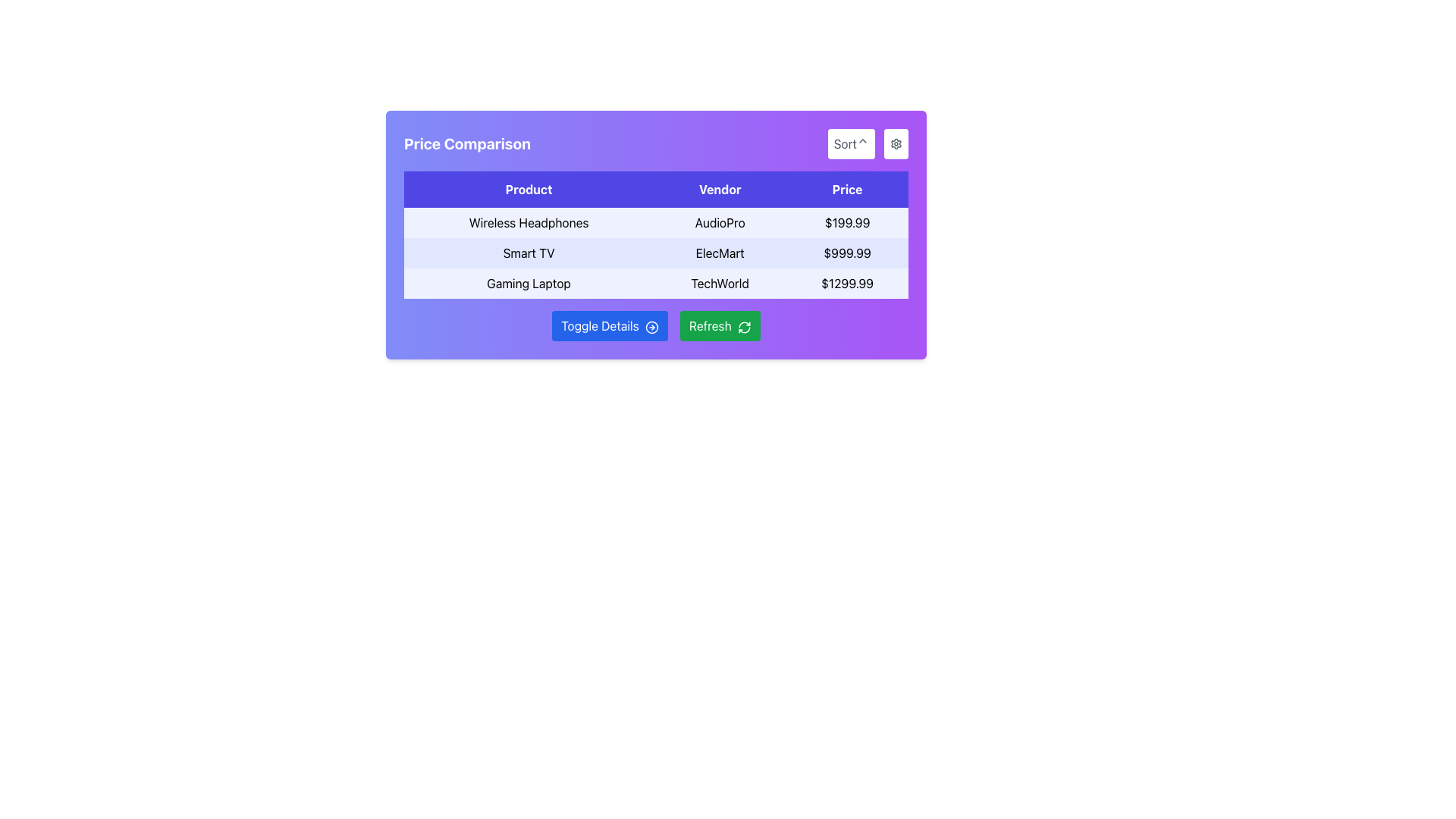 The height and width of the screenshot is (819, 1456). What do you see at coordinates (651, 326) in the screenshot?
I see `the presence of the icon located inside the blue 'Toggle Details' button, positioned towards the far right adjacent to the text` at bounding box center [651, 326].